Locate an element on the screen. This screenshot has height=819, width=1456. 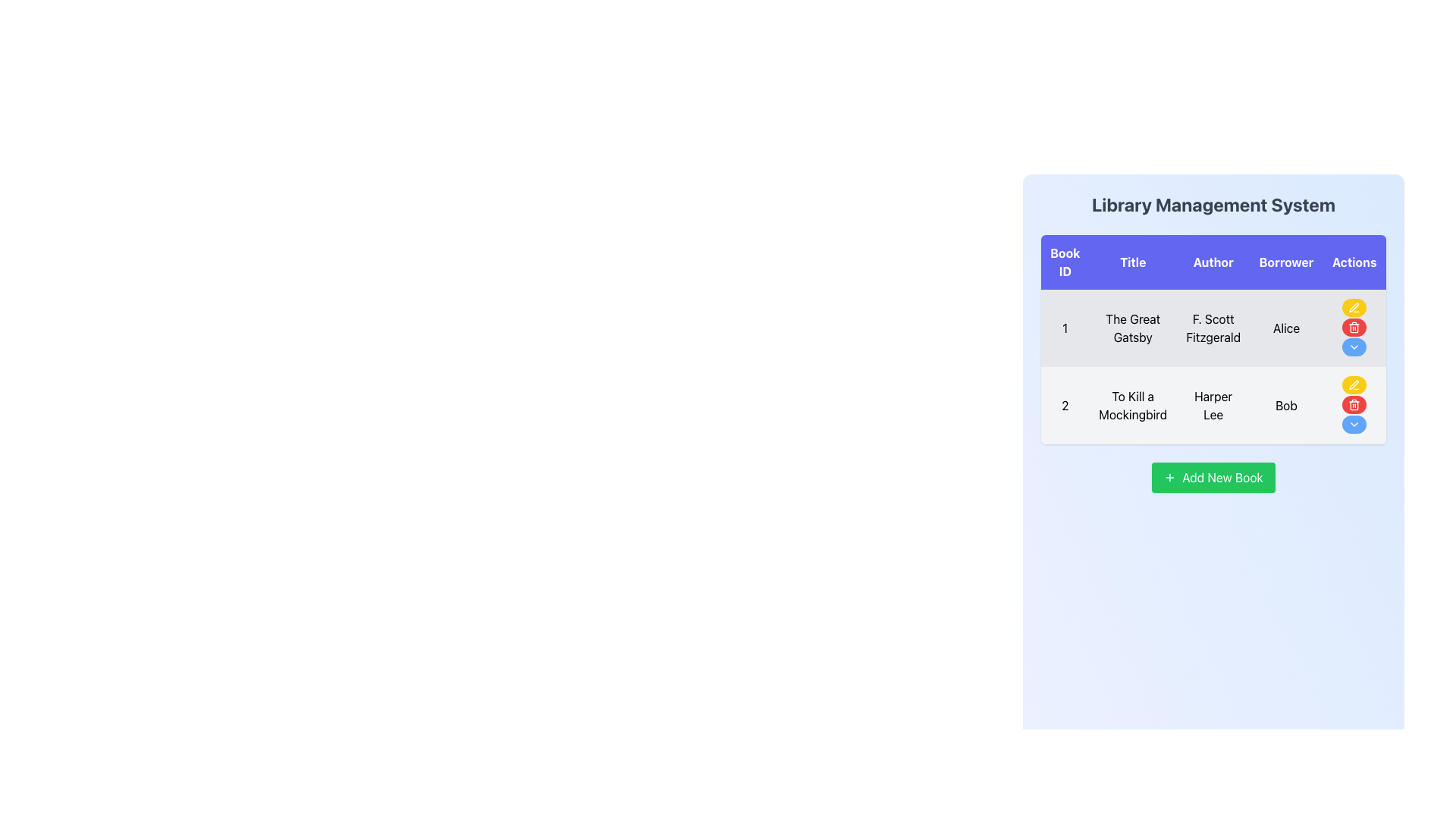
the small plus sign icon located within the 'Add New Book' button, which has a green background and white text is located at coordinates (1169, 476).